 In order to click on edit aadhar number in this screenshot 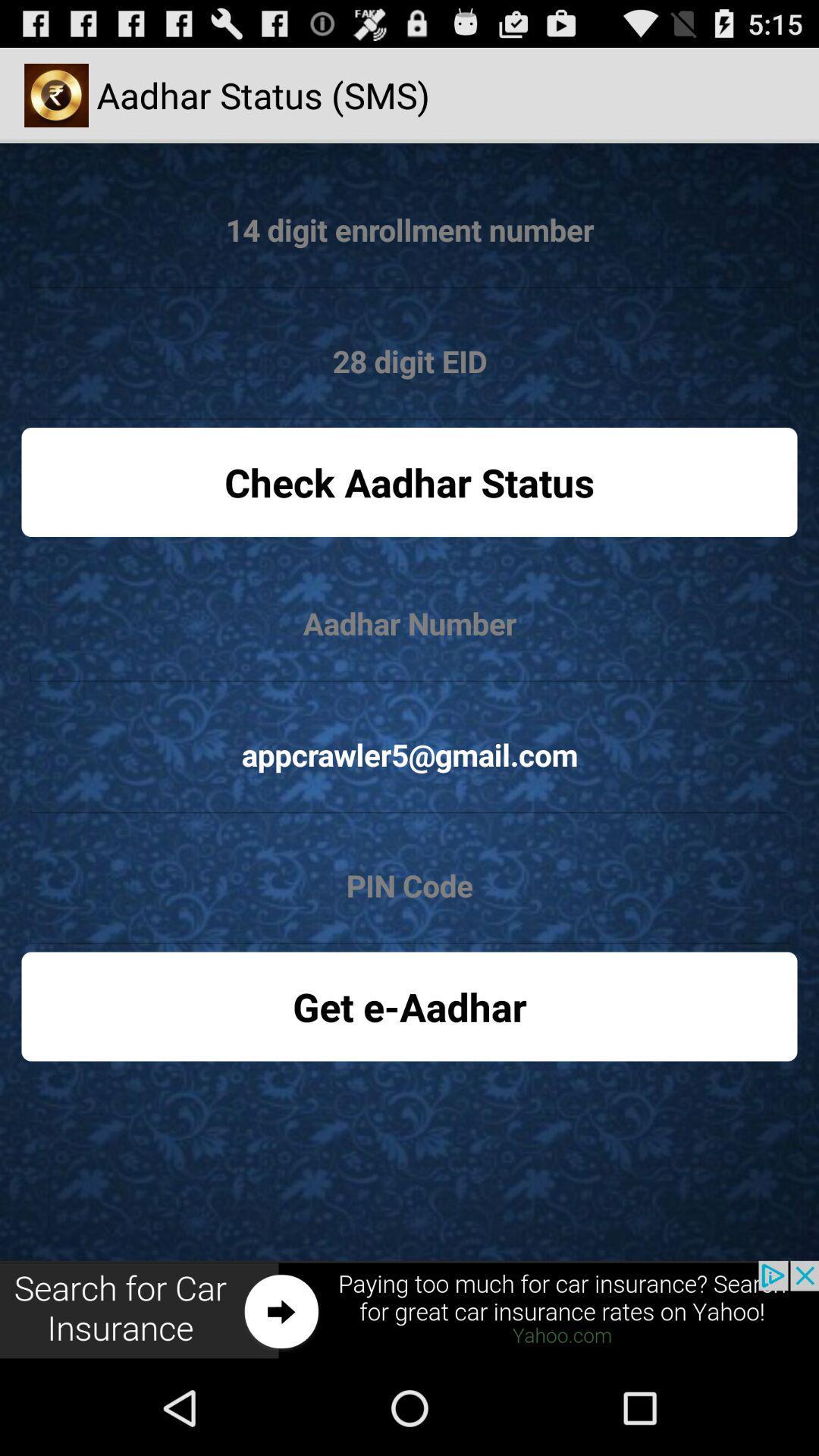, I will do `click(409, 624)`.